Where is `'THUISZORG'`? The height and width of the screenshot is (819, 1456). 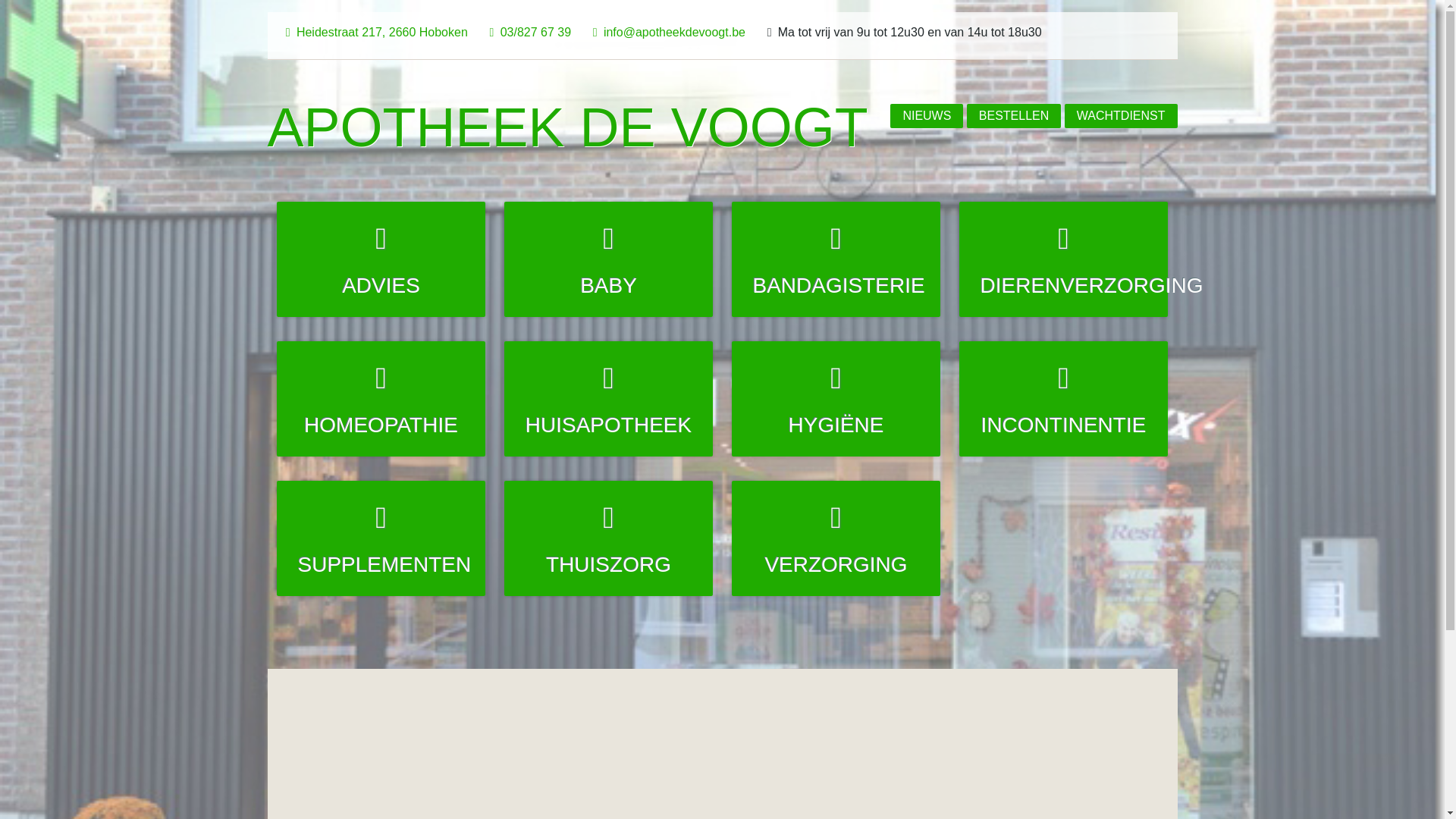 'THUISZORG' is located at coordinates (608, 537).